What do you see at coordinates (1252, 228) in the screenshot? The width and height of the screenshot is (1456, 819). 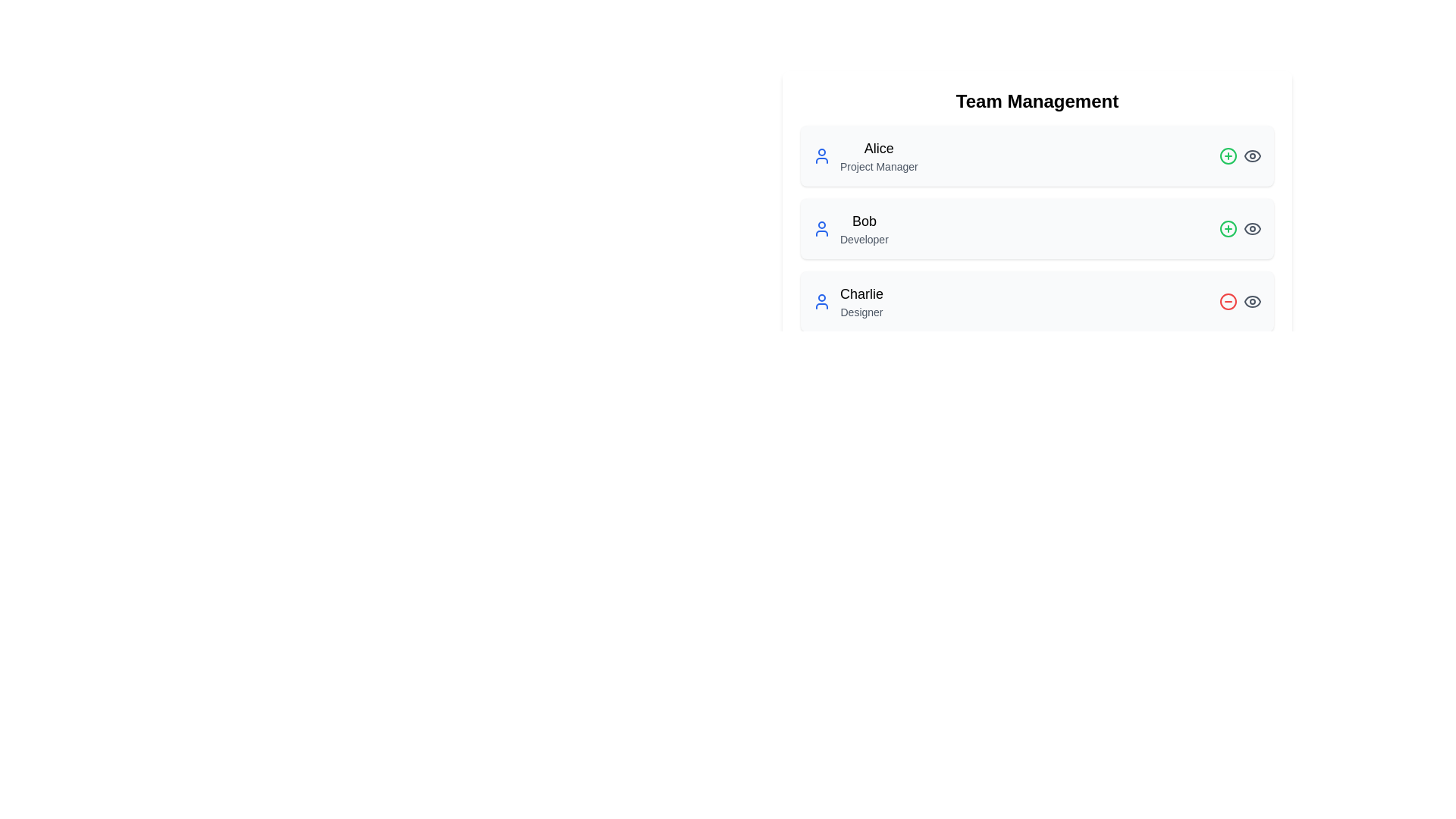 I see `the Eye icon for Bob` at bounding box center [1252, 228].